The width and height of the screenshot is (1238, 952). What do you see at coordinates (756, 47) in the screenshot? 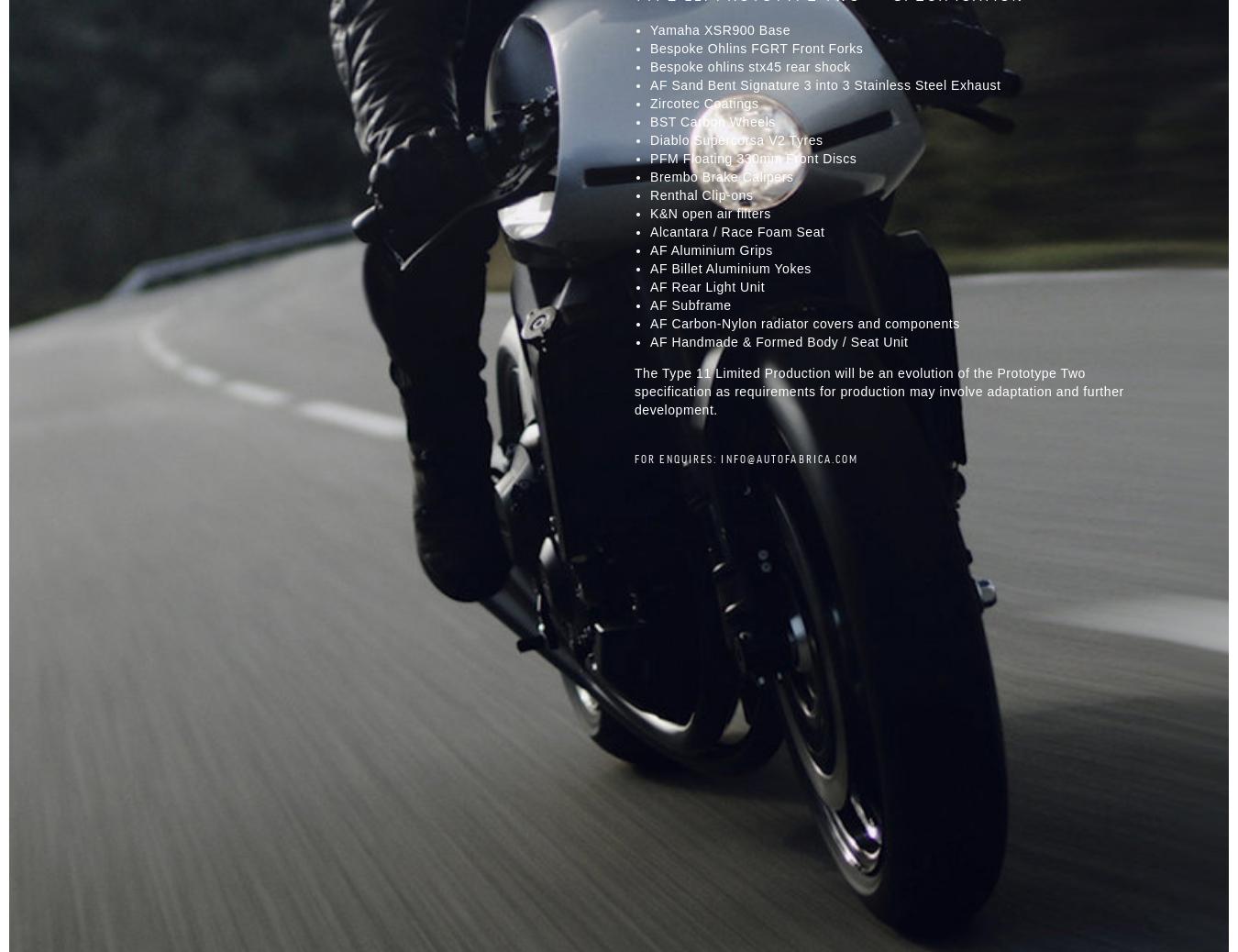
I see `'Bespoke Ohlins FGRT Front Forks'` at bounding box center [756, 47].